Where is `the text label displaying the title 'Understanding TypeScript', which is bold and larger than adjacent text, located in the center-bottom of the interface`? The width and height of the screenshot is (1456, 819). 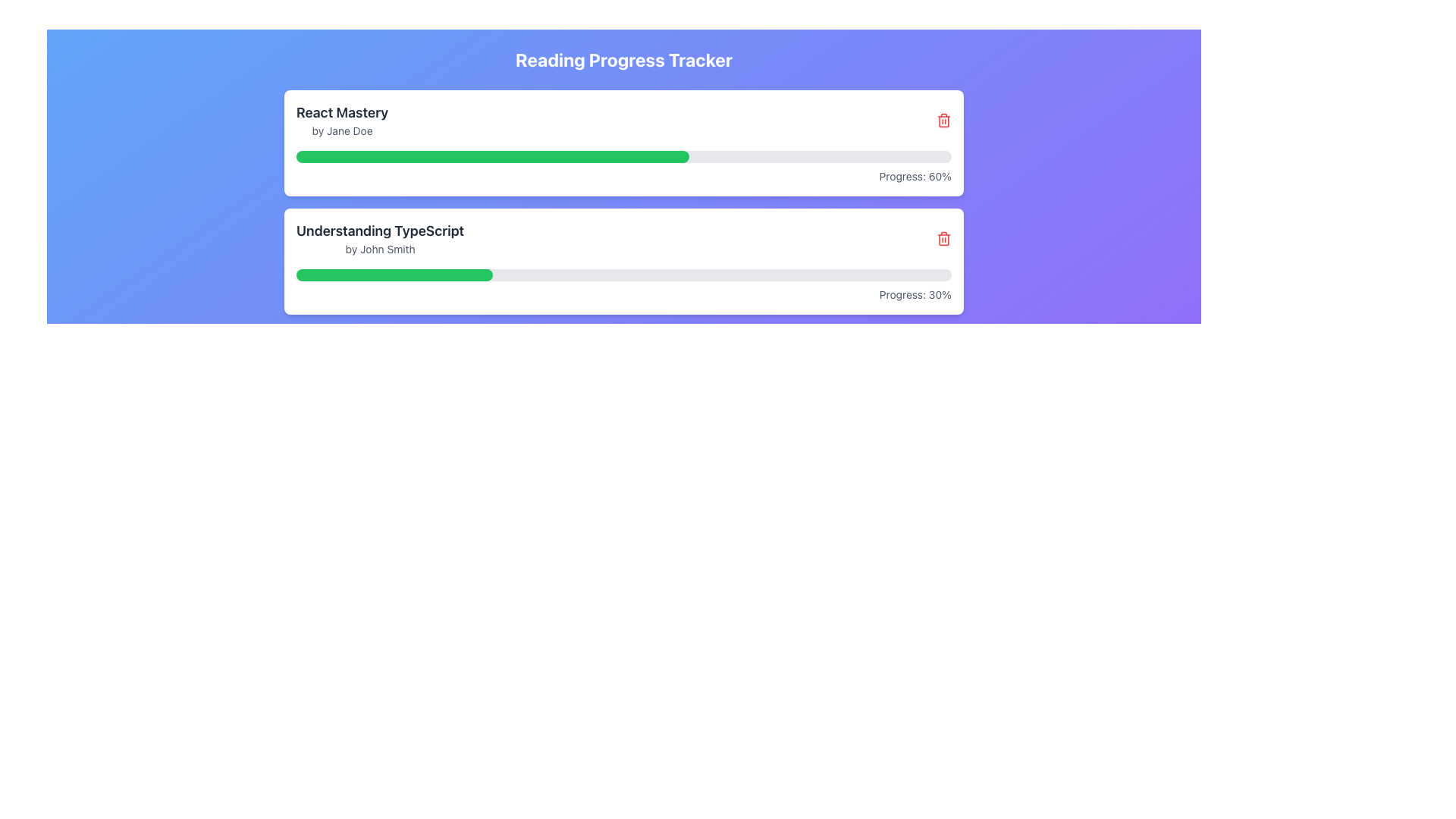
the text label displaying the title 'Understanding TypeScript', which is bold and larger than adjacent text, located in the center-bottom of the interface is located at coordinates (380, 231).